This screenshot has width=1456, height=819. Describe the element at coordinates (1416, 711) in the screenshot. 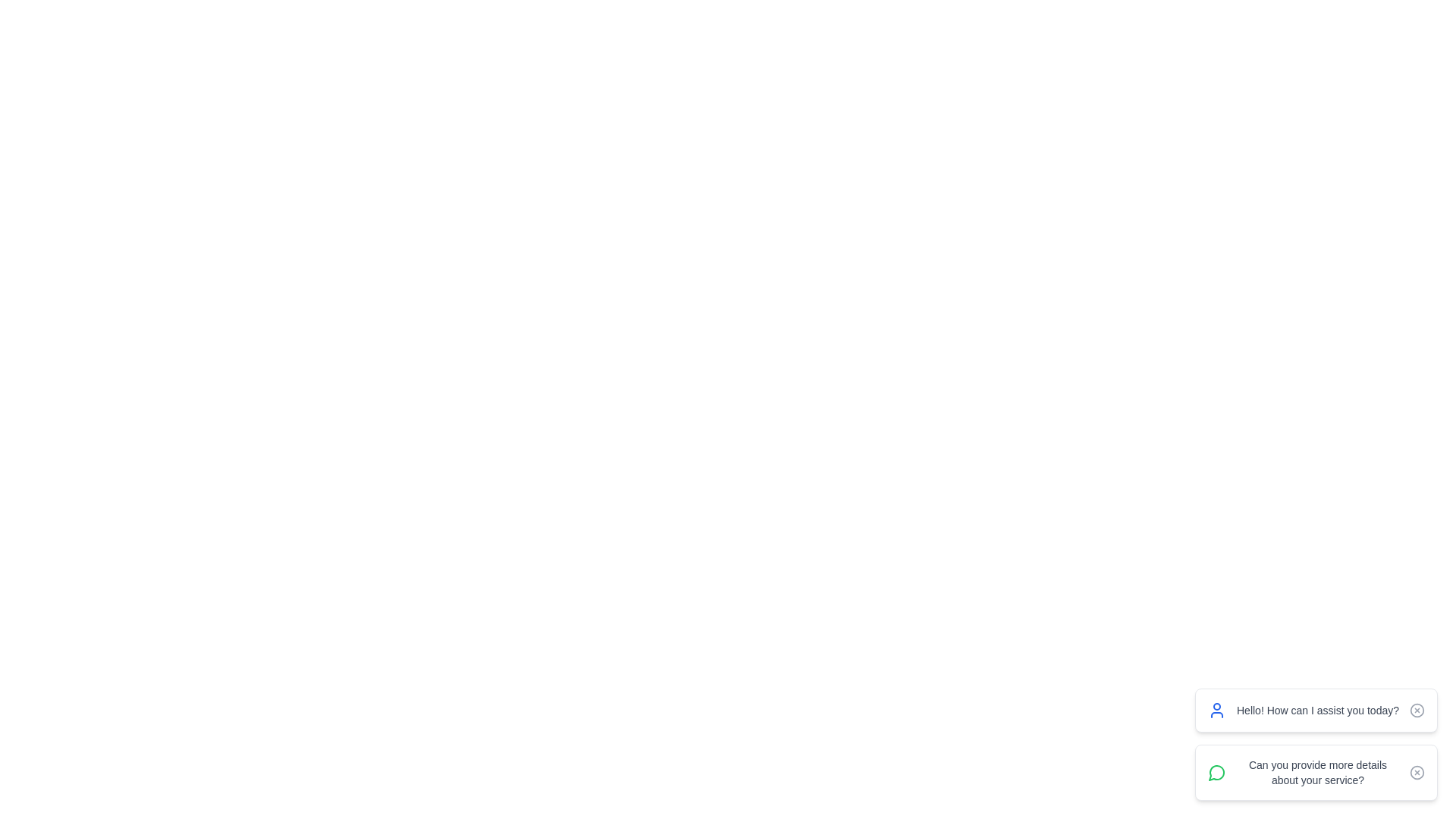

I see `delete button for the message with content 'Hello! How can I assist you today?'` at that location.